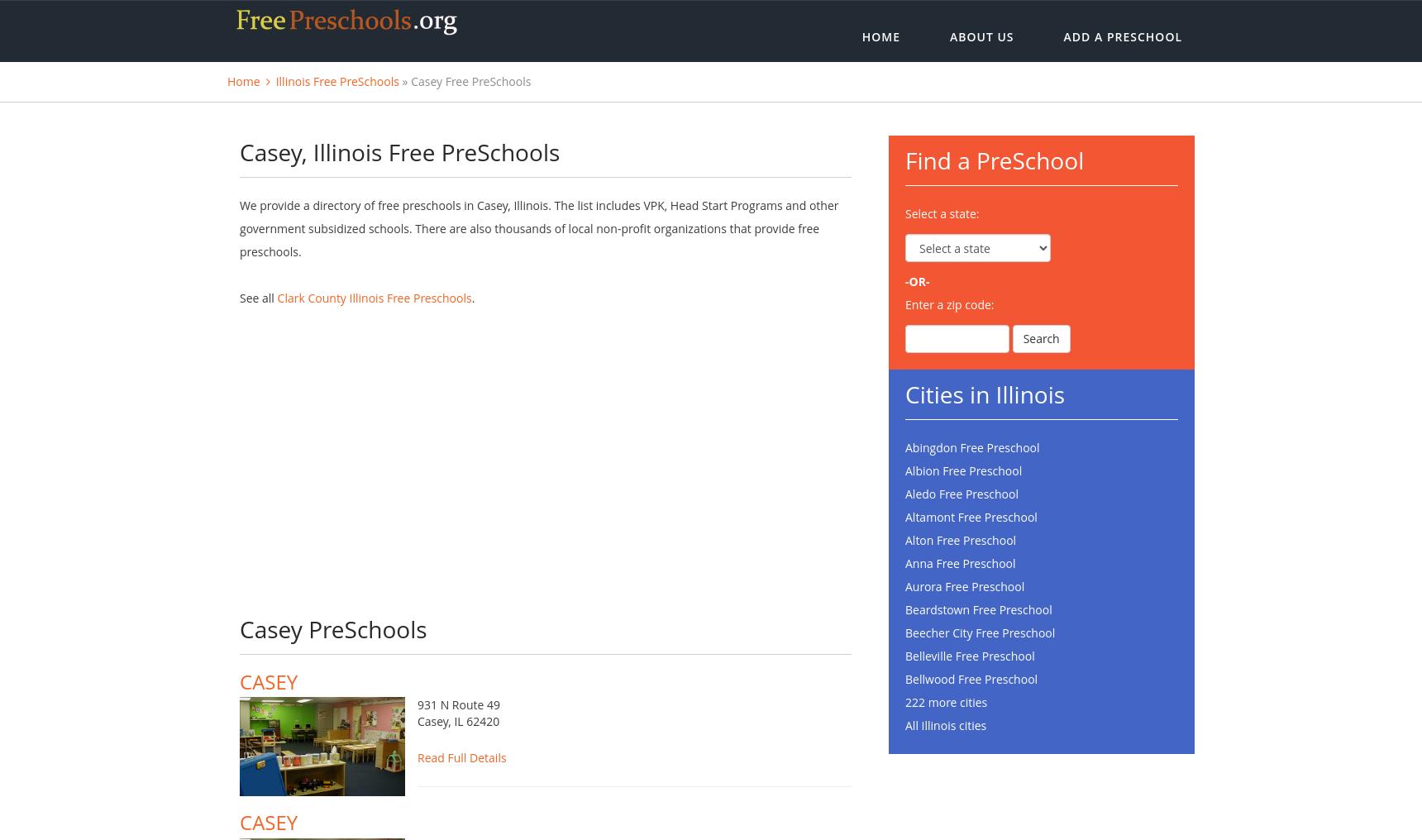  Describe the element at coordinates (461, 775) in the screenshot. I see `'Read Full Details'` at that location.